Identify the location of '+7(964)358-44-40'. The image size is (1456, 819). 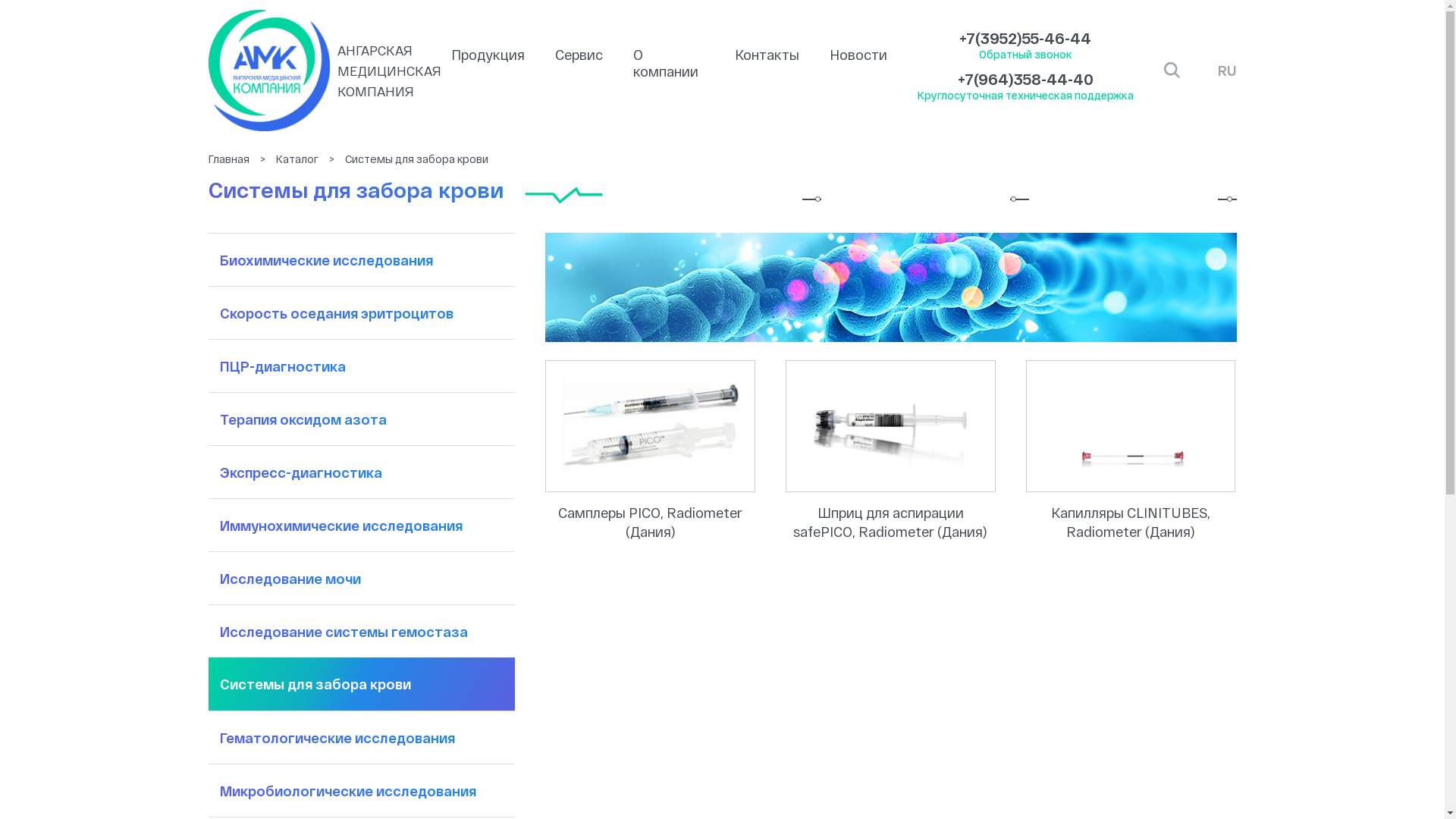
(1025, 79).